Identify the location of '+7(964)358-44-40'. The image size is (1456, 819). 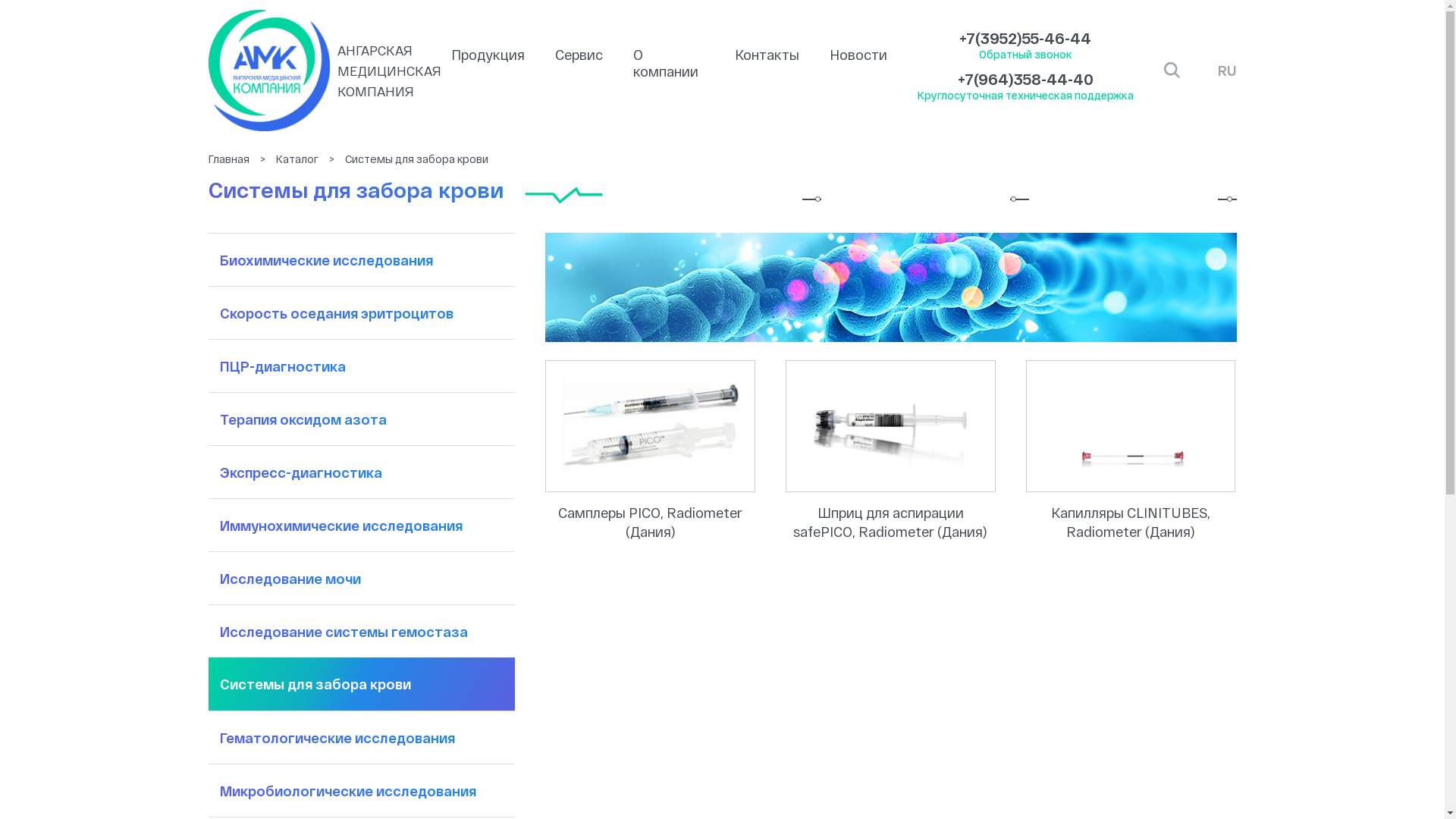
(1025, 79).